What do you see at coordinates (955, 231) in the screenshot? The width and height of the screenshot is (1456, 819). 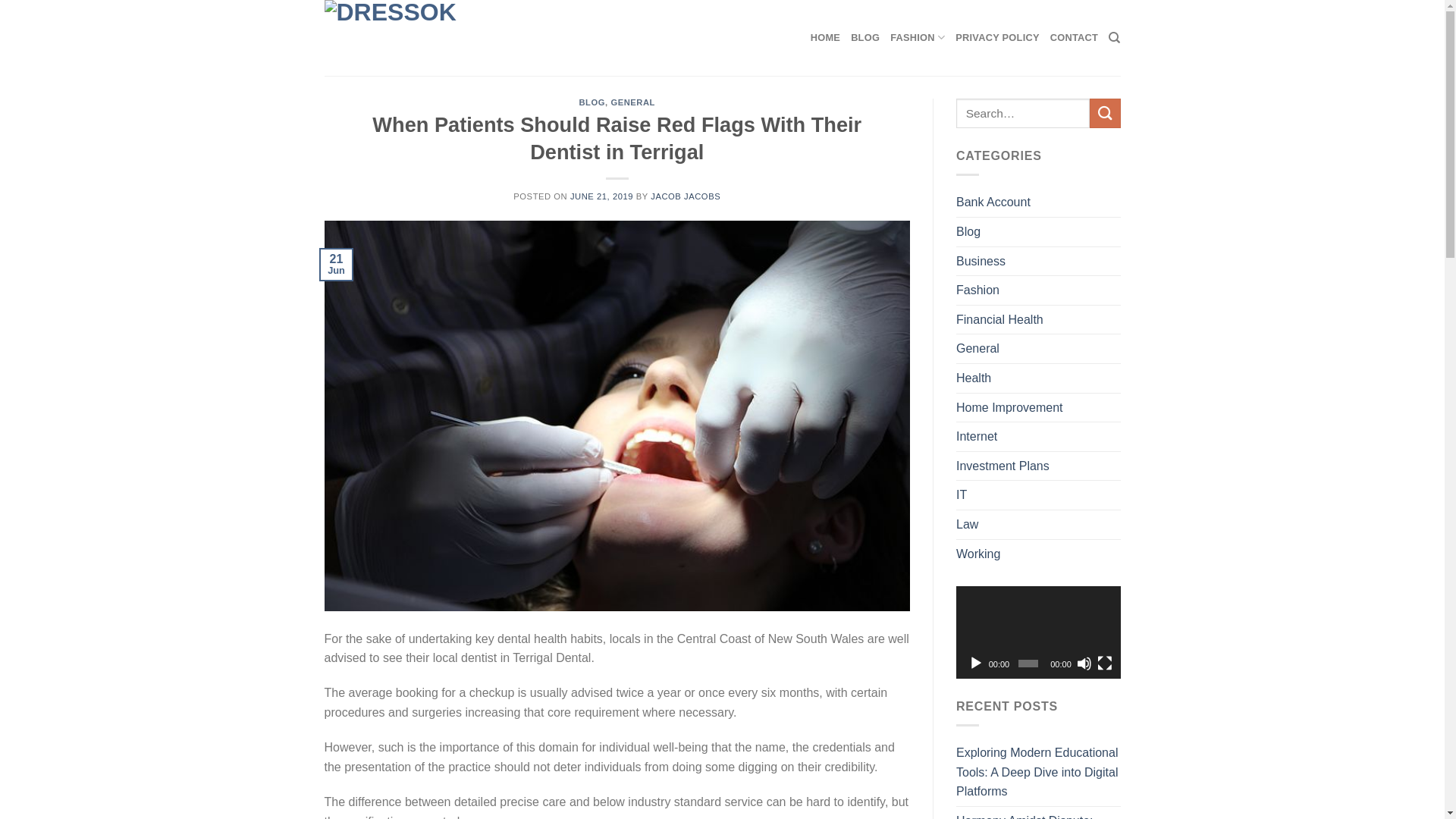 I see `'Blog'` at bounding box center [955, 231].